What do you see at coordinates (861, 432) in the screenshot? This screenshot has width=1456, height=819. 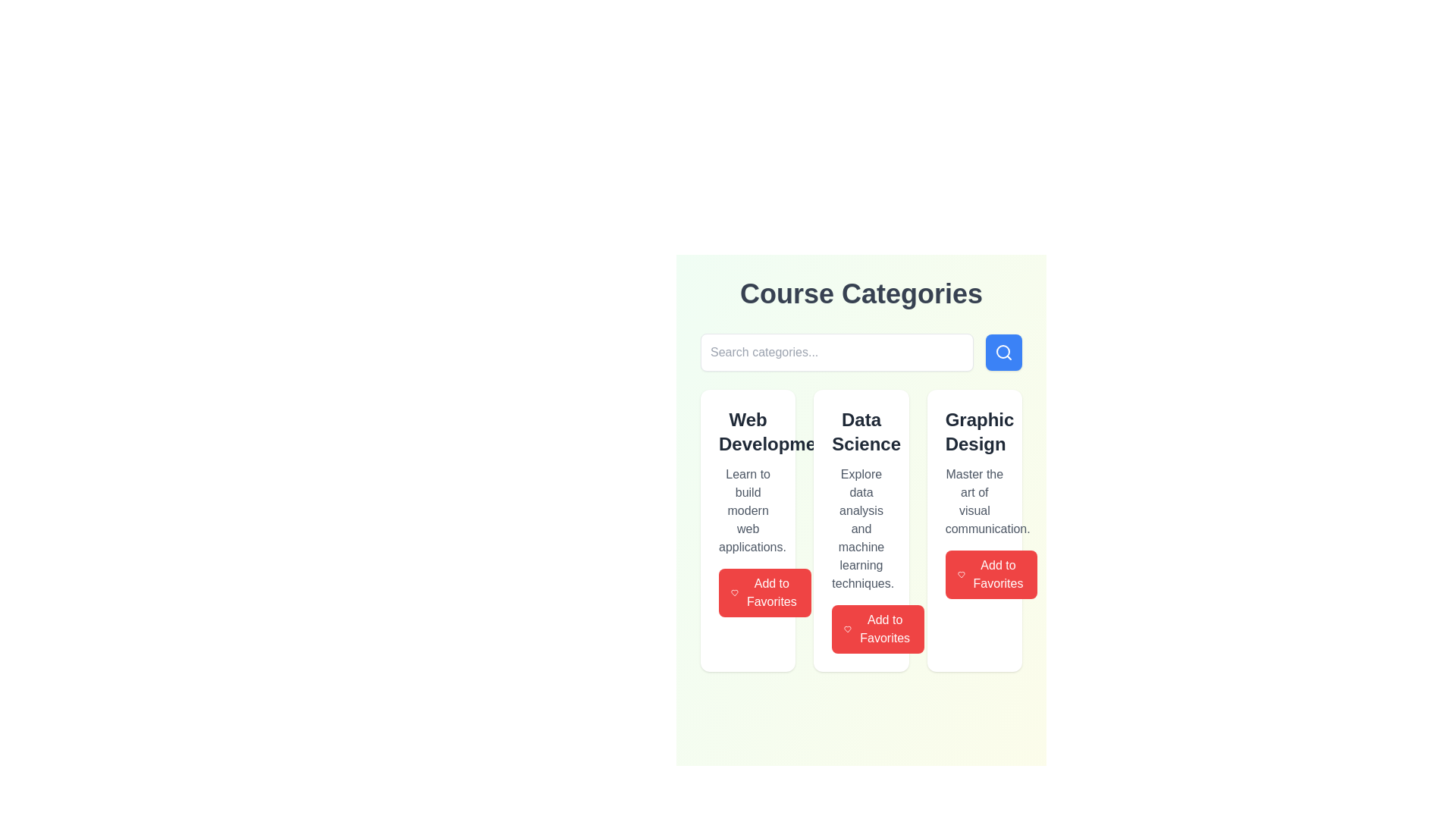 I see `text element labeled 'Data Science' which is displayed prominently at the top center of the card layout` at bounding box center [861, 432].